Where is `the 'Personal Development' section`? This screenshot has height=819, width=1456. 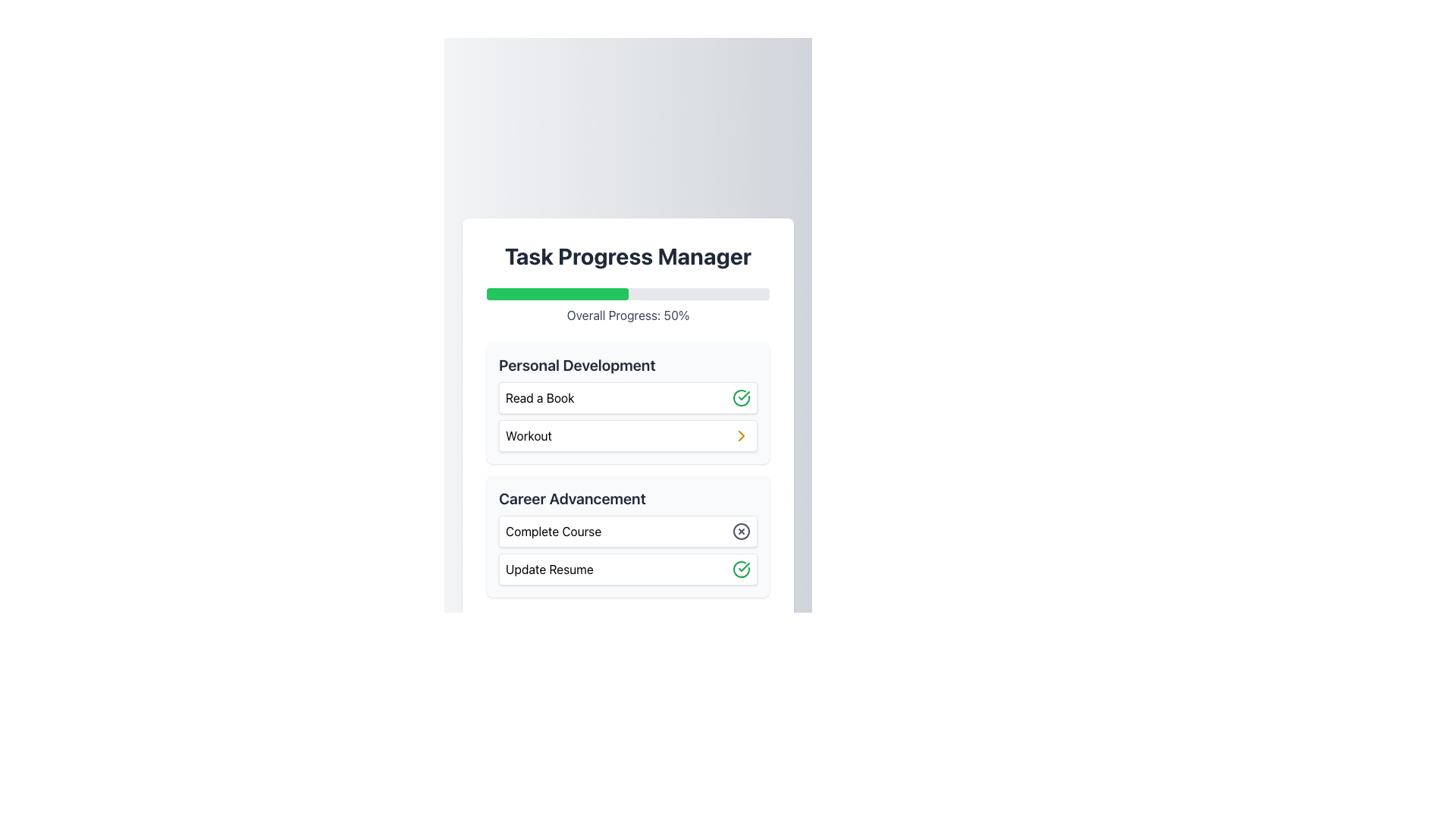
the 'Personal Development' section is located at coordinates (628, 403).